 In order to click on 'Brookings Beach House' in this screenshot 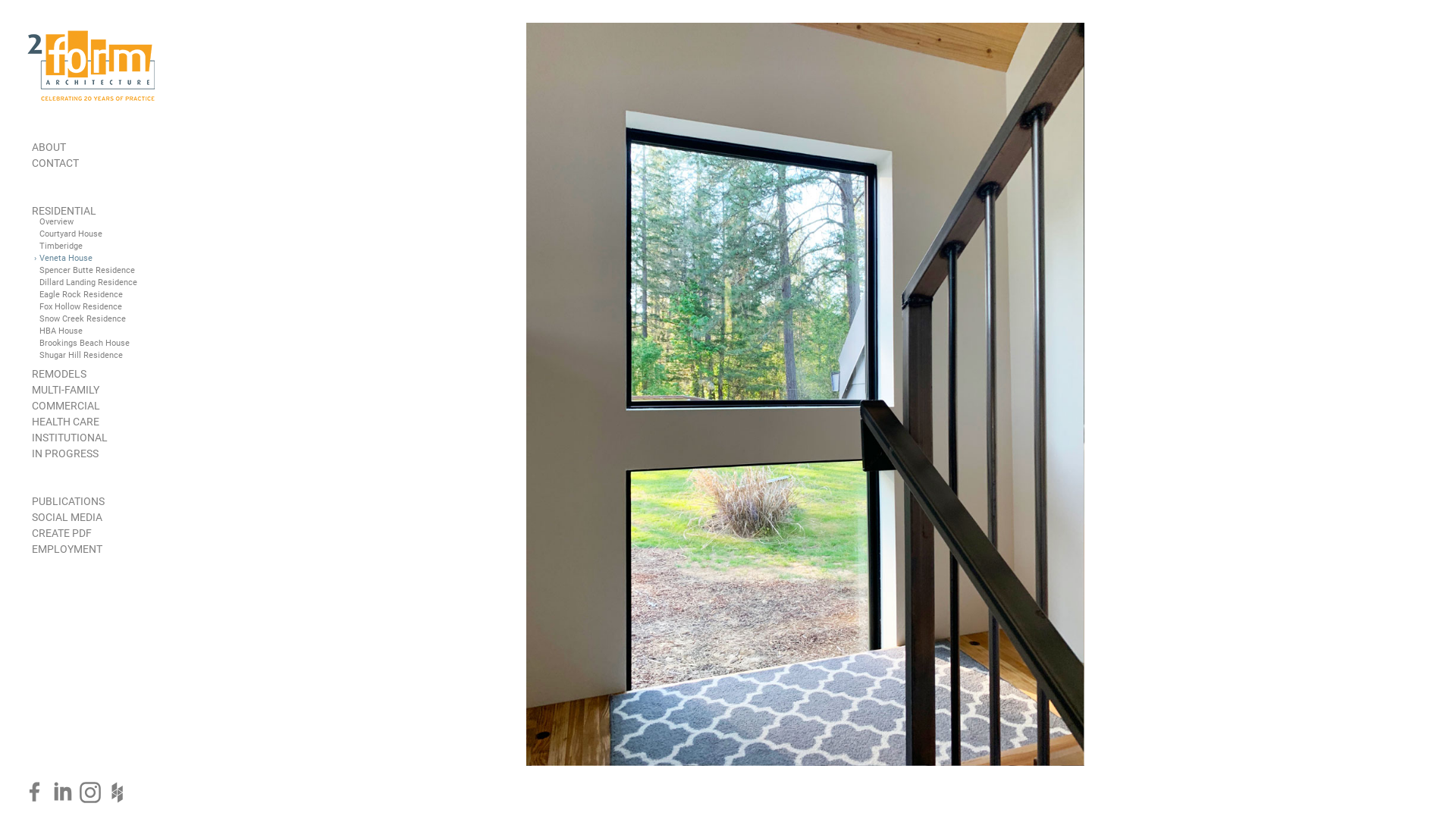, I will do `click(83, 343)`.